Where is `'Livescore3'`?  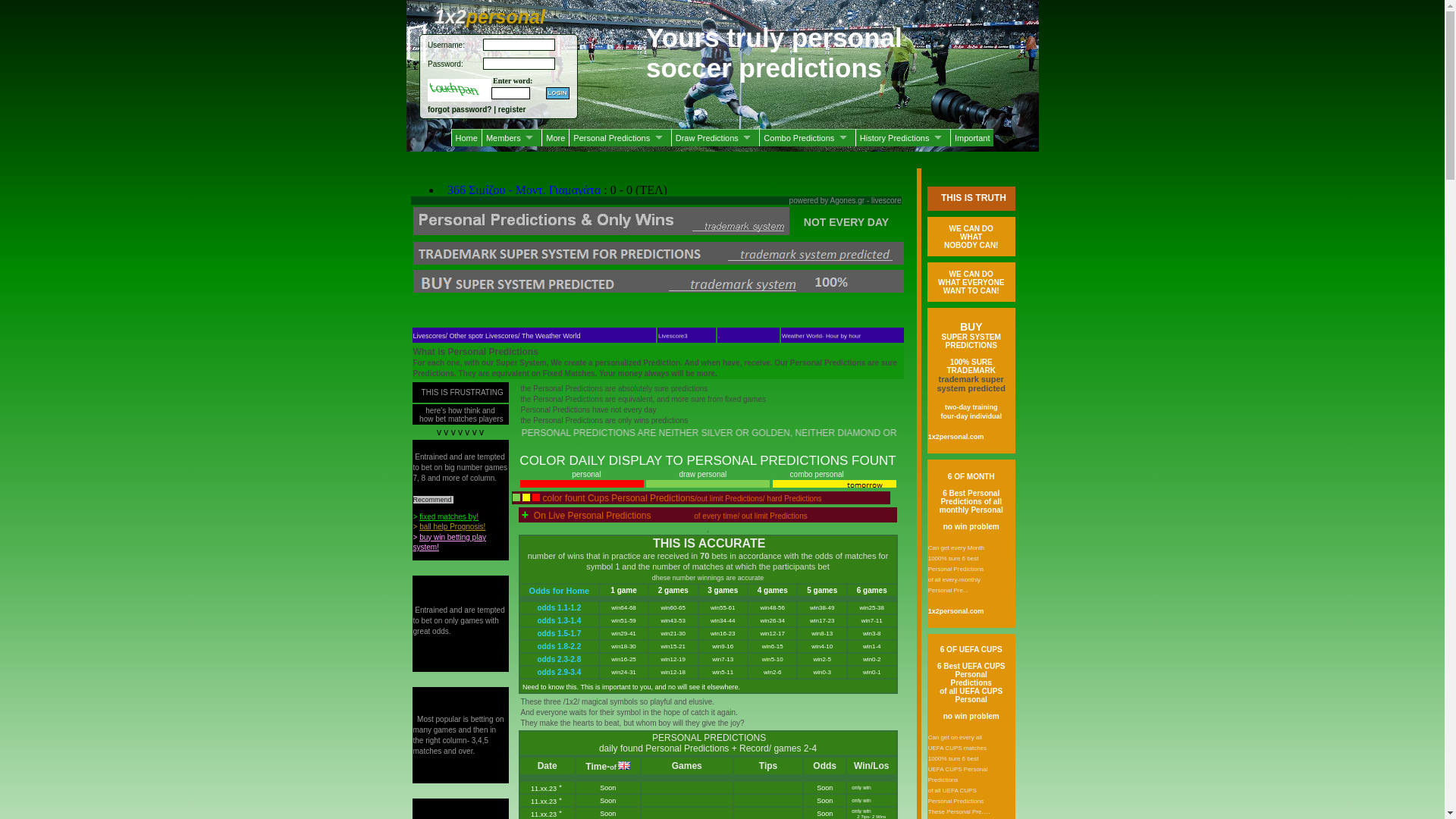 'Livescore3' is located at coordinates (672, 315).